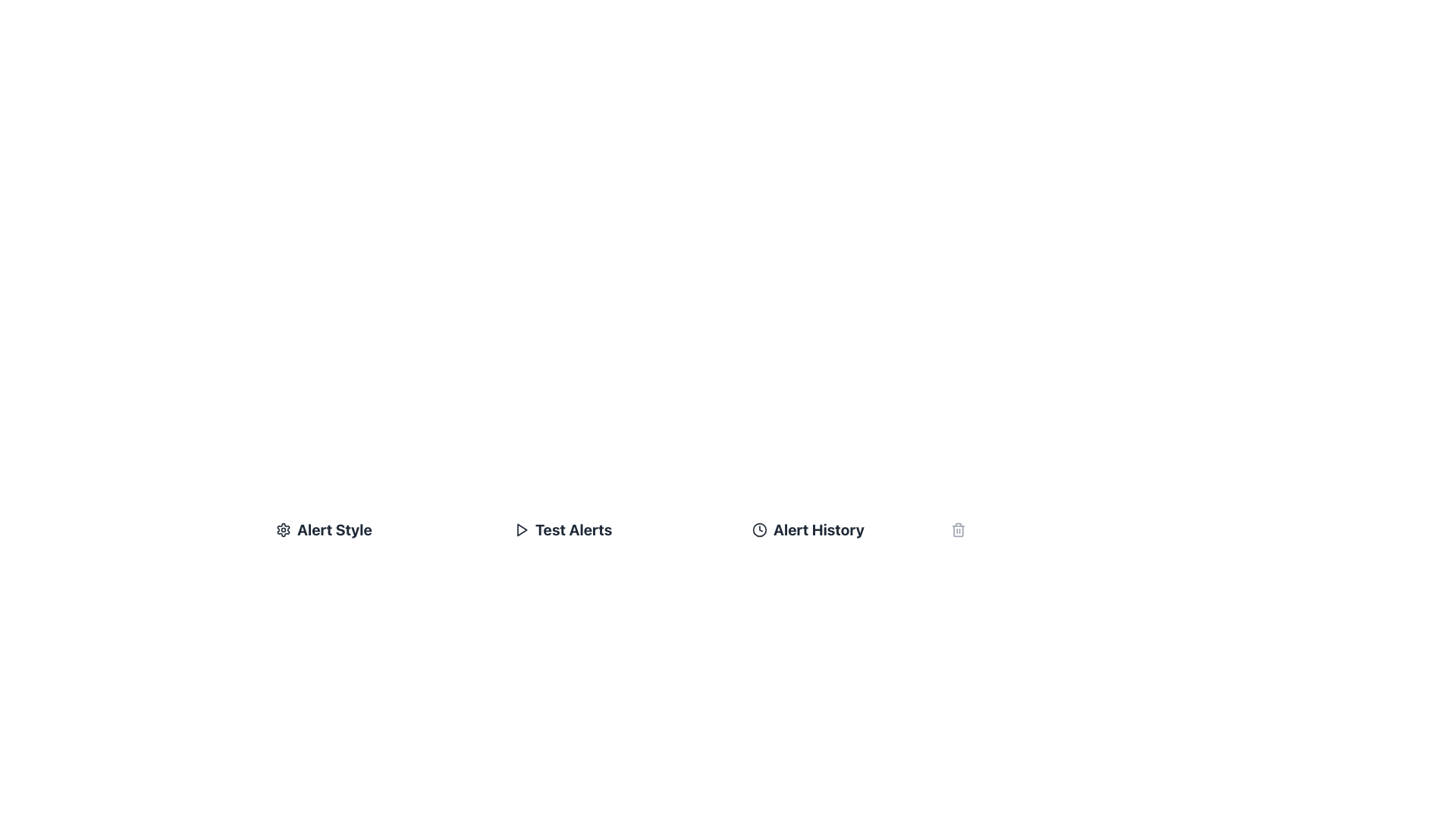 The image size is (1456, 819). I want to click on the 'Alert Style' label with icon, so click(382, 529).